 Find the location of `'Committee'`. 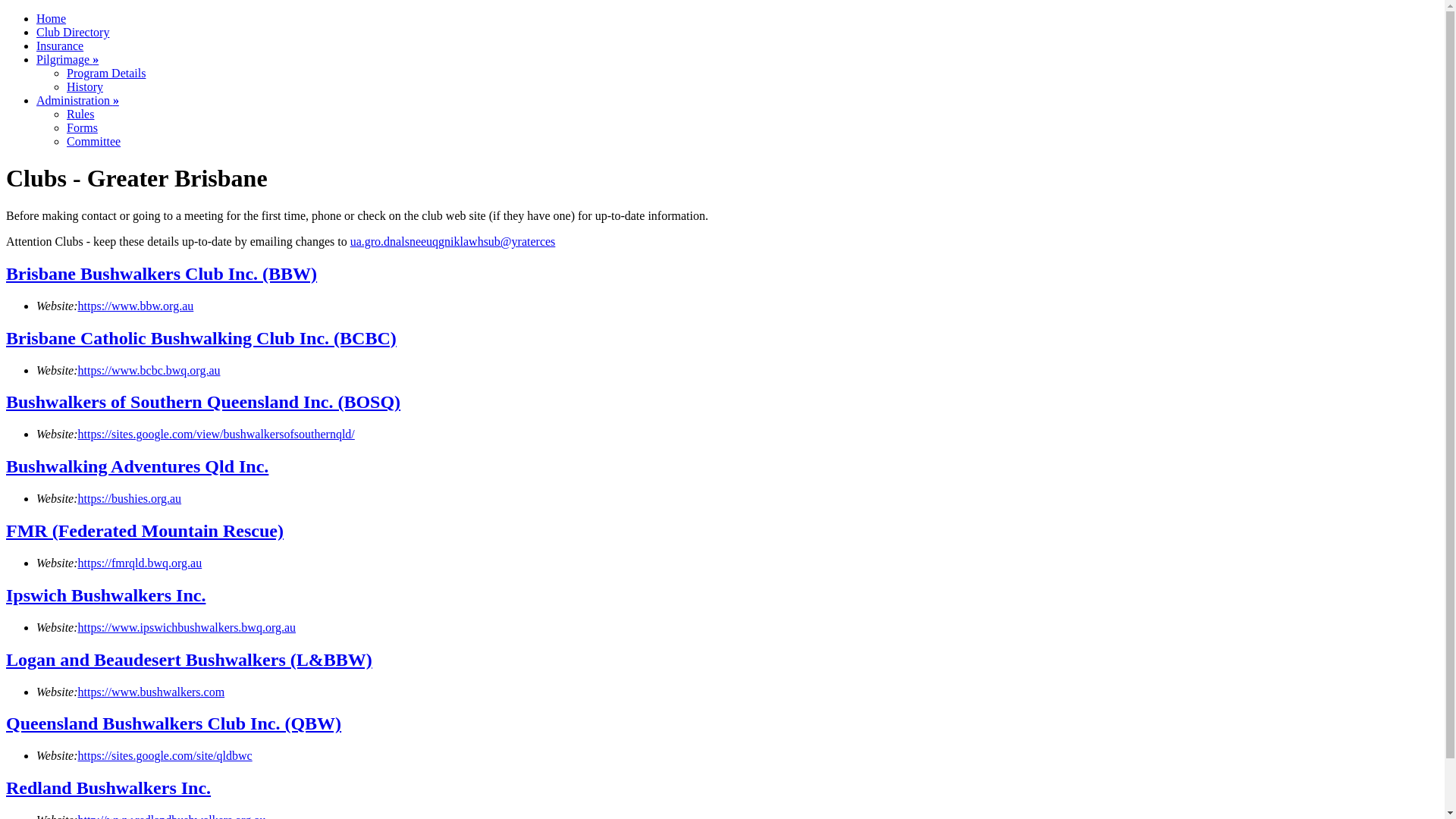

'Committee' is located at coordinates (65, 141).